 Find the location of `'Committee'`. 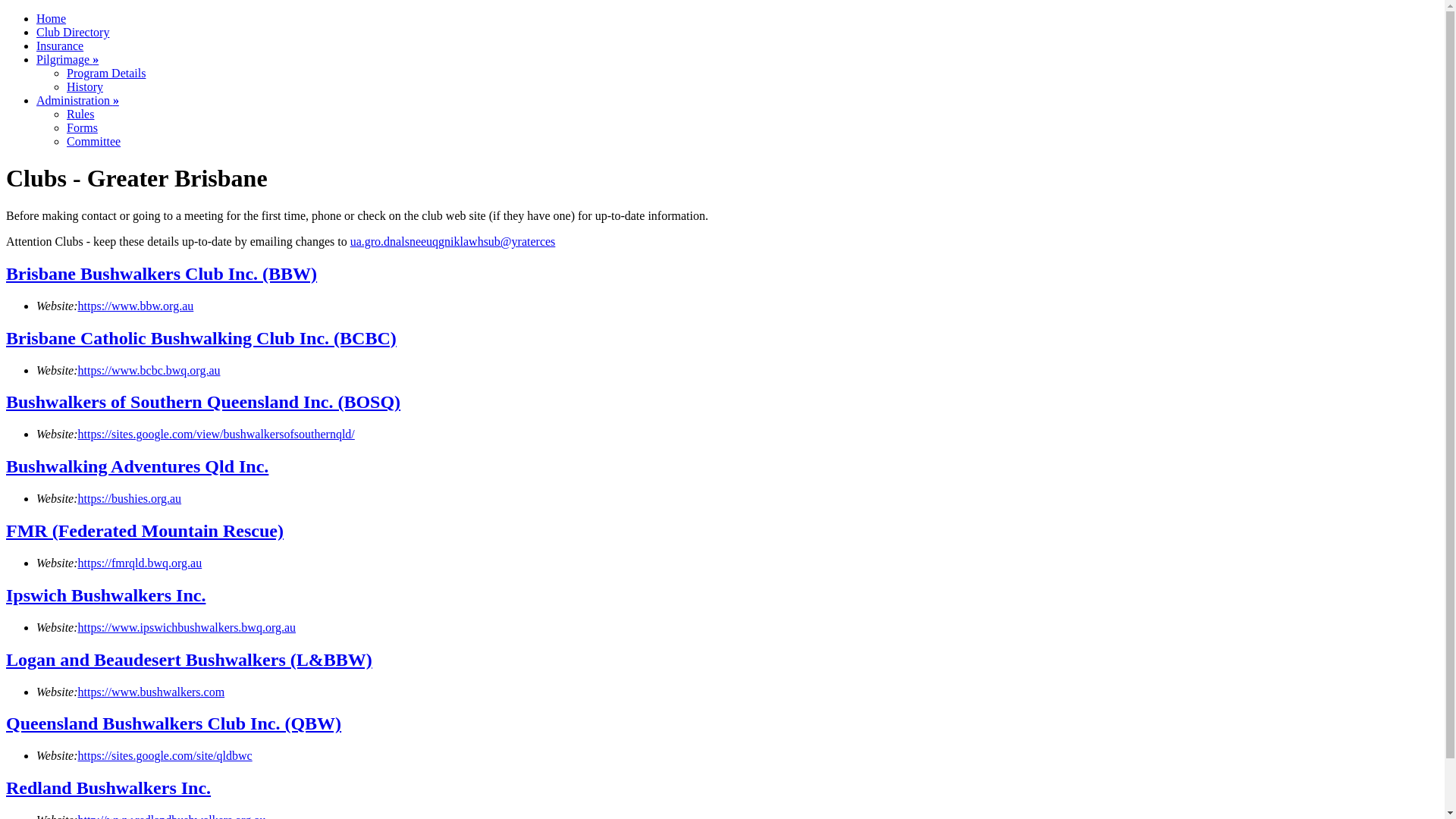

'Committee' is located at coordinates (65, 141).